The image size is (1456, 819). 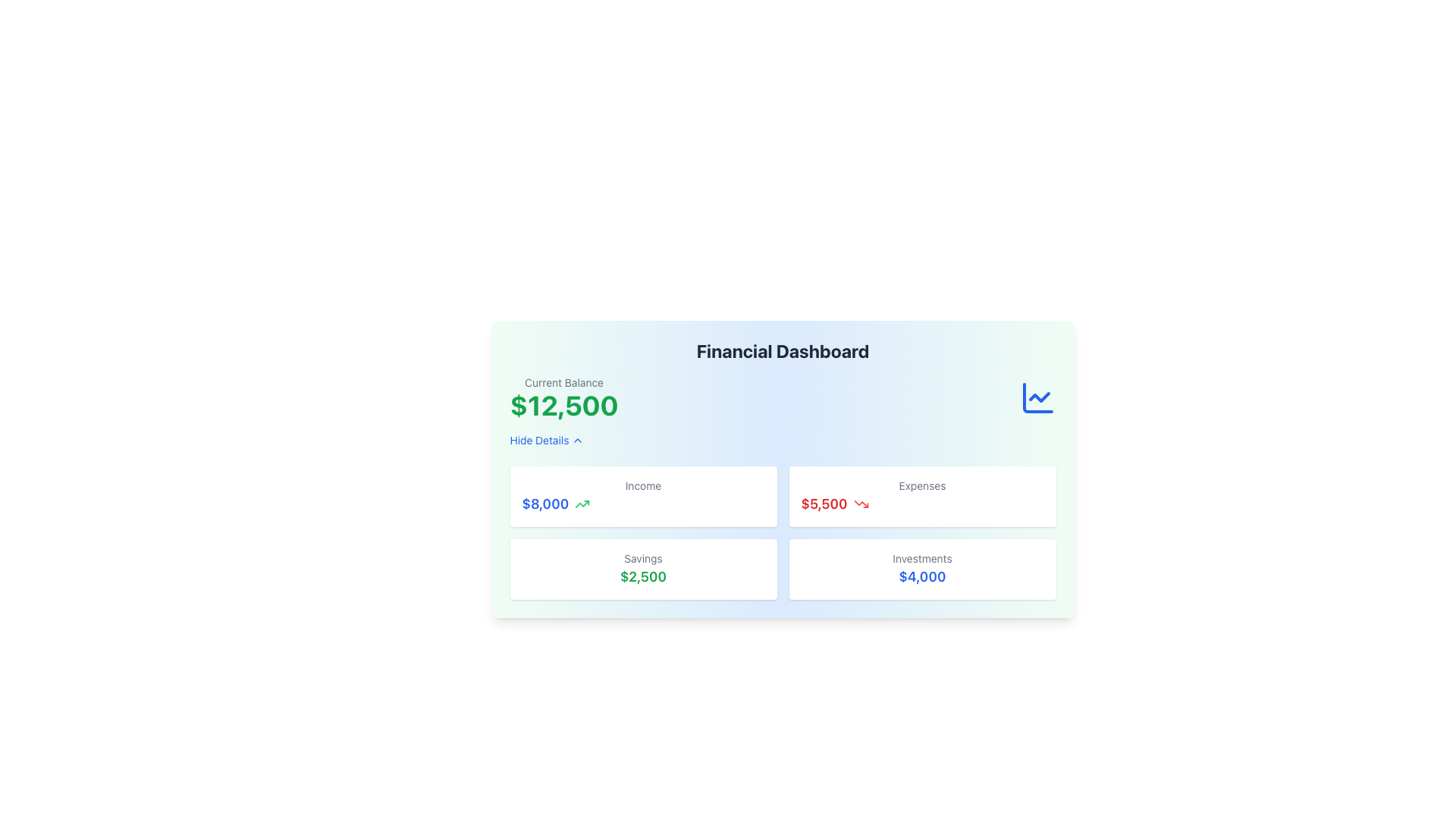 I want to click on the green upward-trending arrow icon located directly to the right of the '$8,000' text labeled as 'Income' on the dashboard, so click(x=582, y=504).